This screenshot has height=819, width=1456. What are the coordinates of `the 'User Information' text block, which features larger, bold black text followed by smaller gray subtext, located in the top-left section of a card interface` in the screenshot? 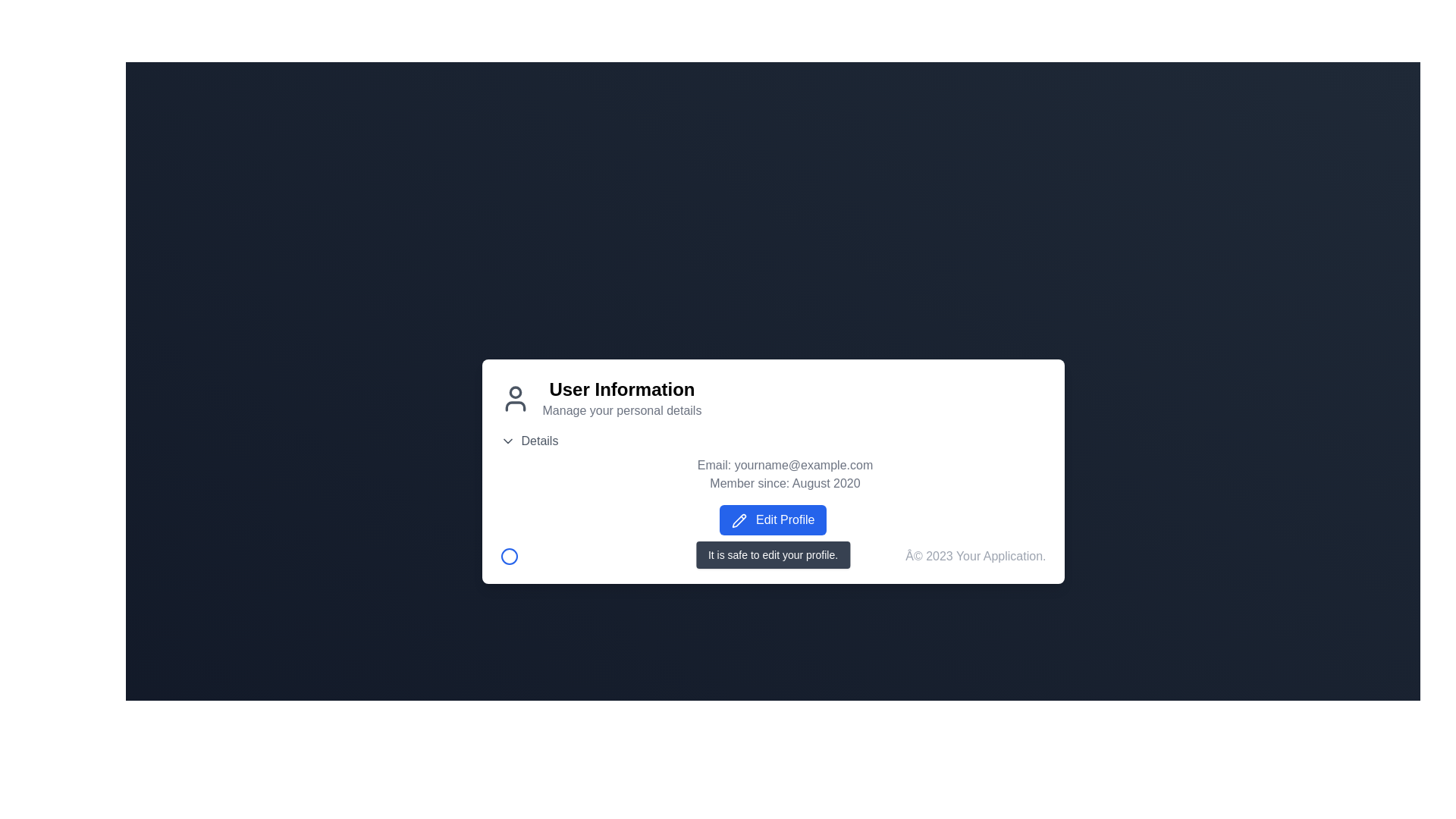 It's located at (622, 397).